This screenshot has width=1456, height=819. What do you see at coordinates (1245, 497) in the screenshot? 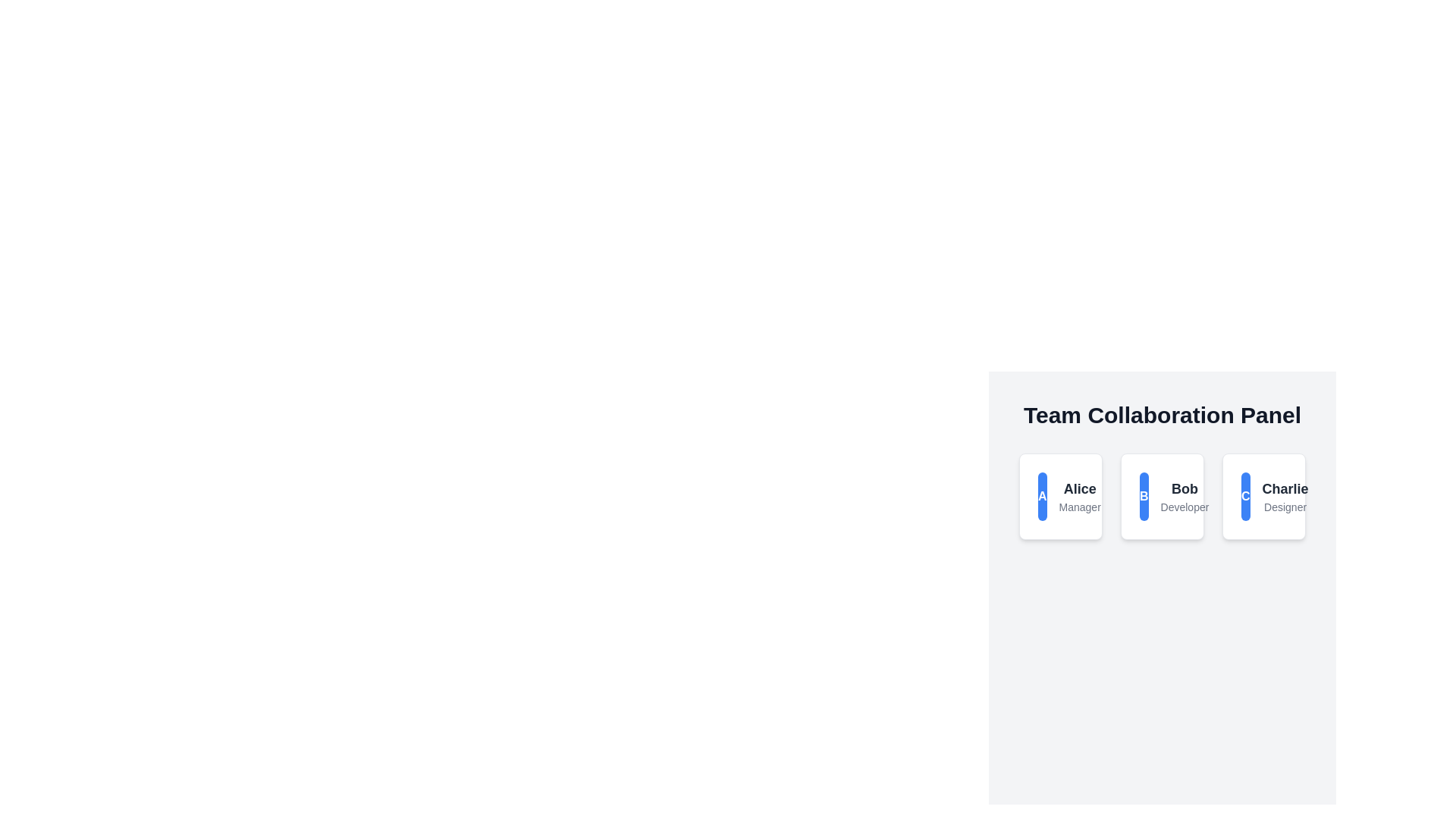
I see `the avatar representing user 'Charlie' in the Team Collaboration Panel` at bounding box center [1245, 497].